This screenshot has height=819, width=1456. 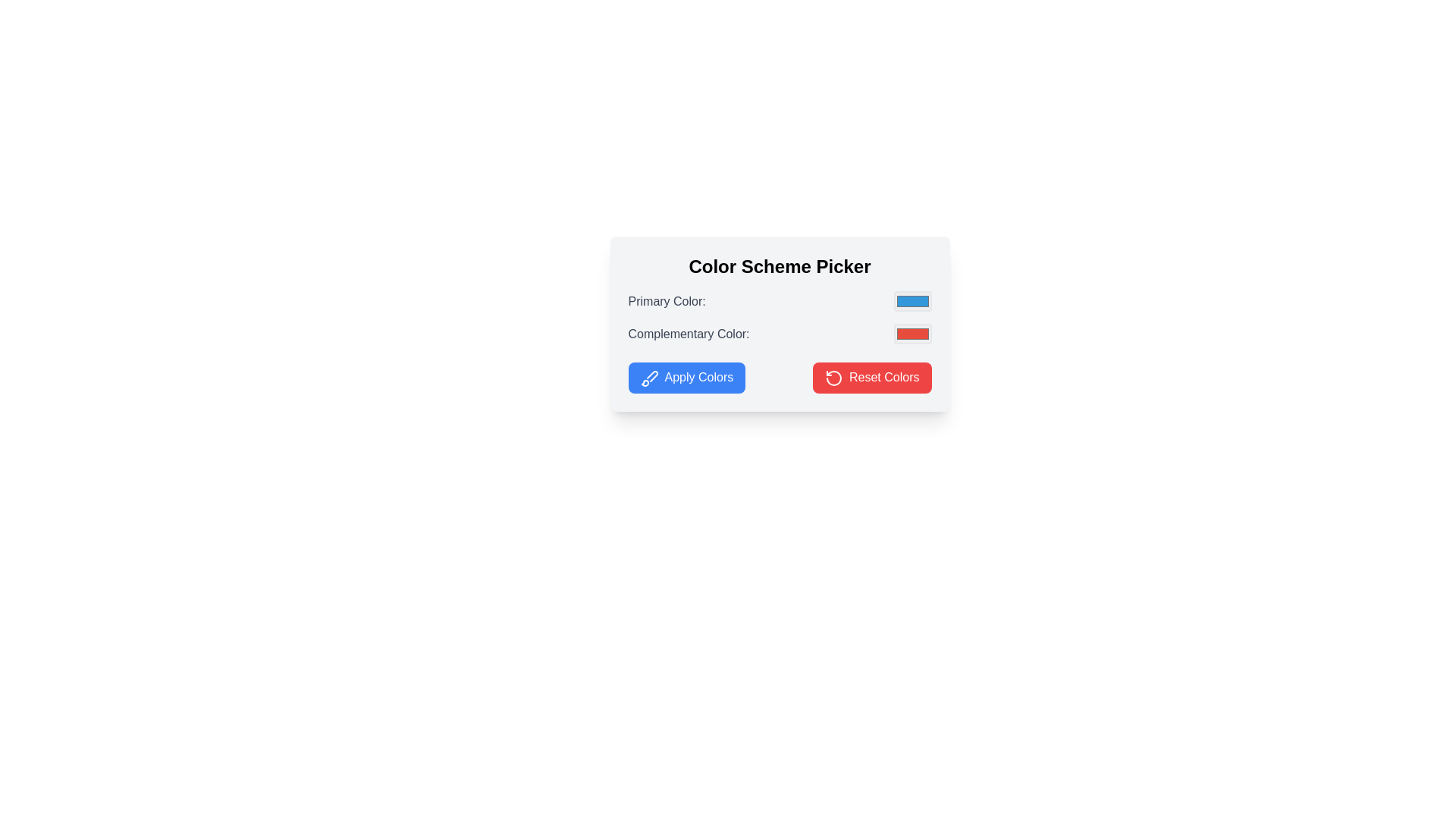 I want to click on the button labeled 'Apply Colors' that contains the decorative brush tool icon to apply colors, so click(x=649, y=377).